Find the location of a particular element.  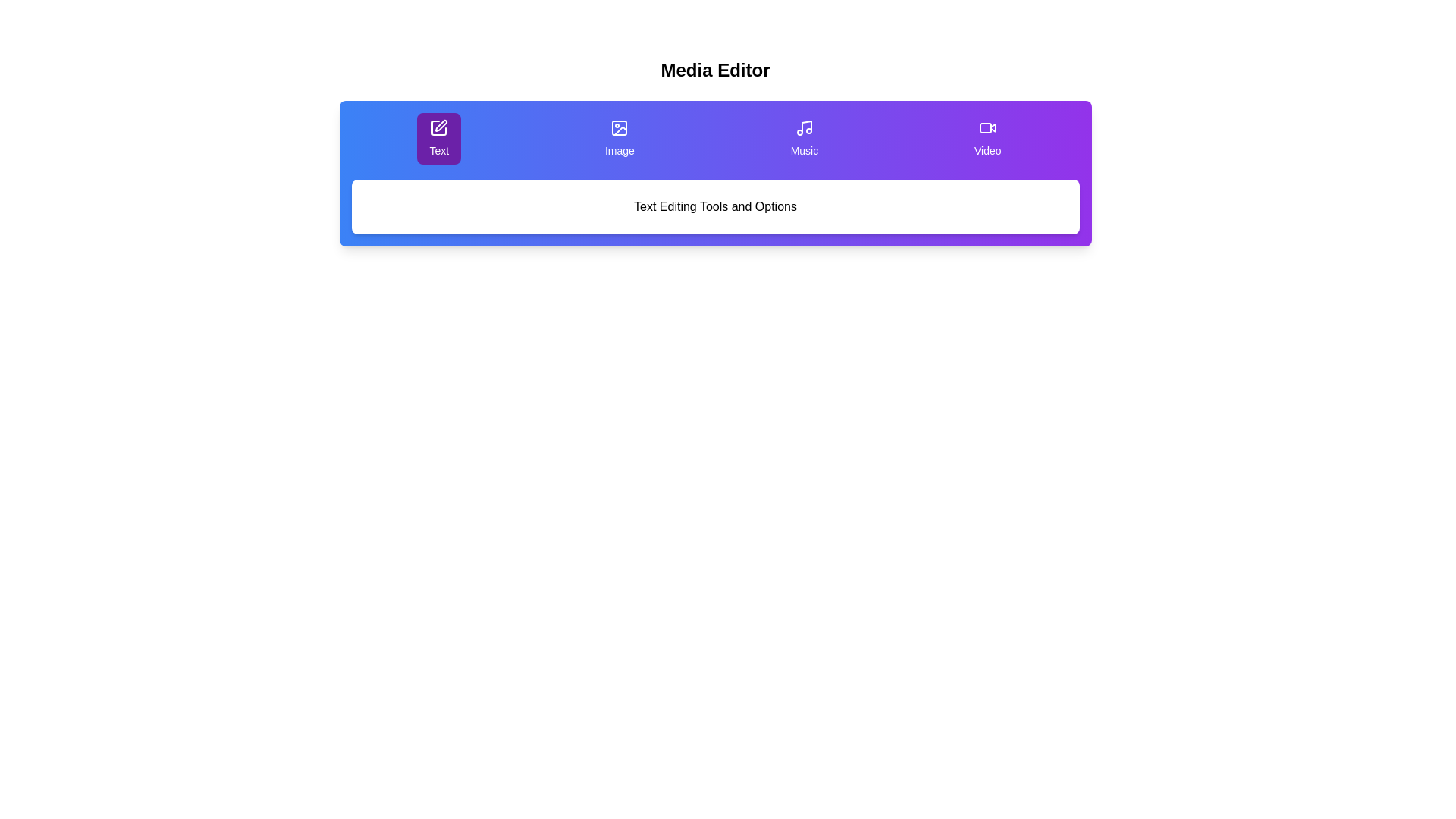

the first button from the left in the horizontal navigation bar is located at coordinates (438, 138).